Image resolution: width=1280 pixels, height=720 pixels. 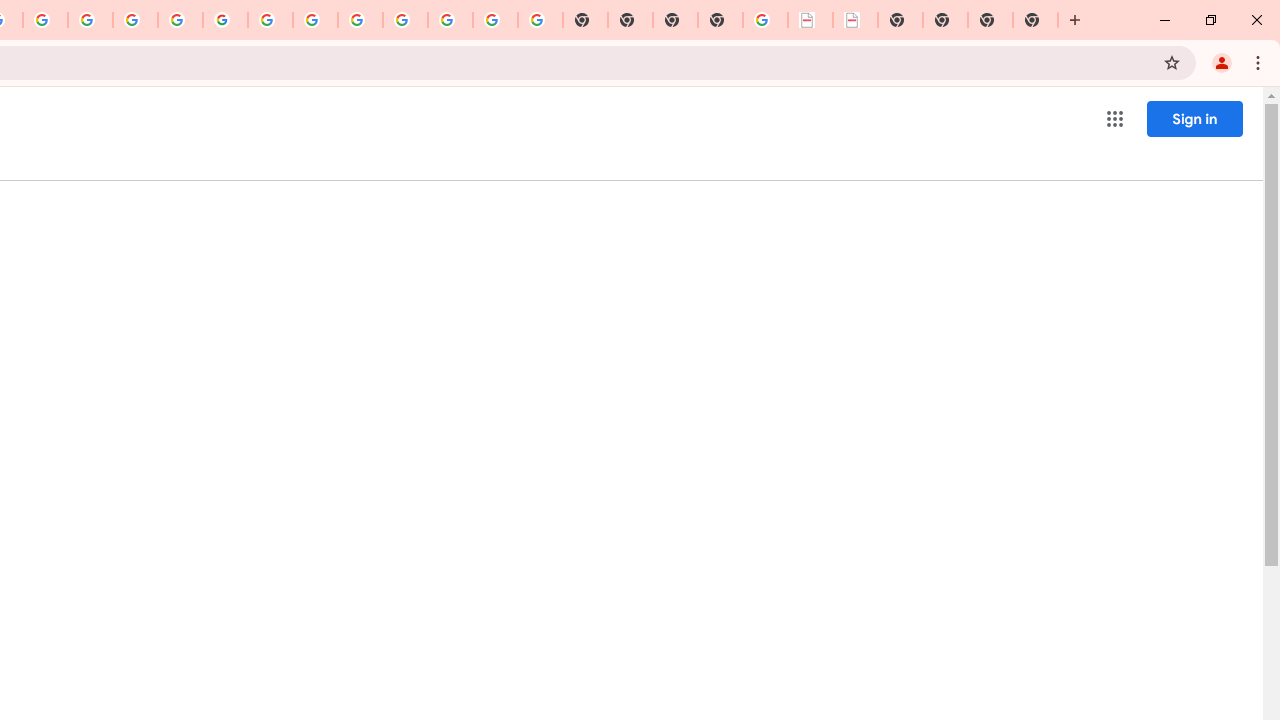 I want to click on 'LAAD Defence & Security 2025 | BAE Systems', so click(x=810, y=20).